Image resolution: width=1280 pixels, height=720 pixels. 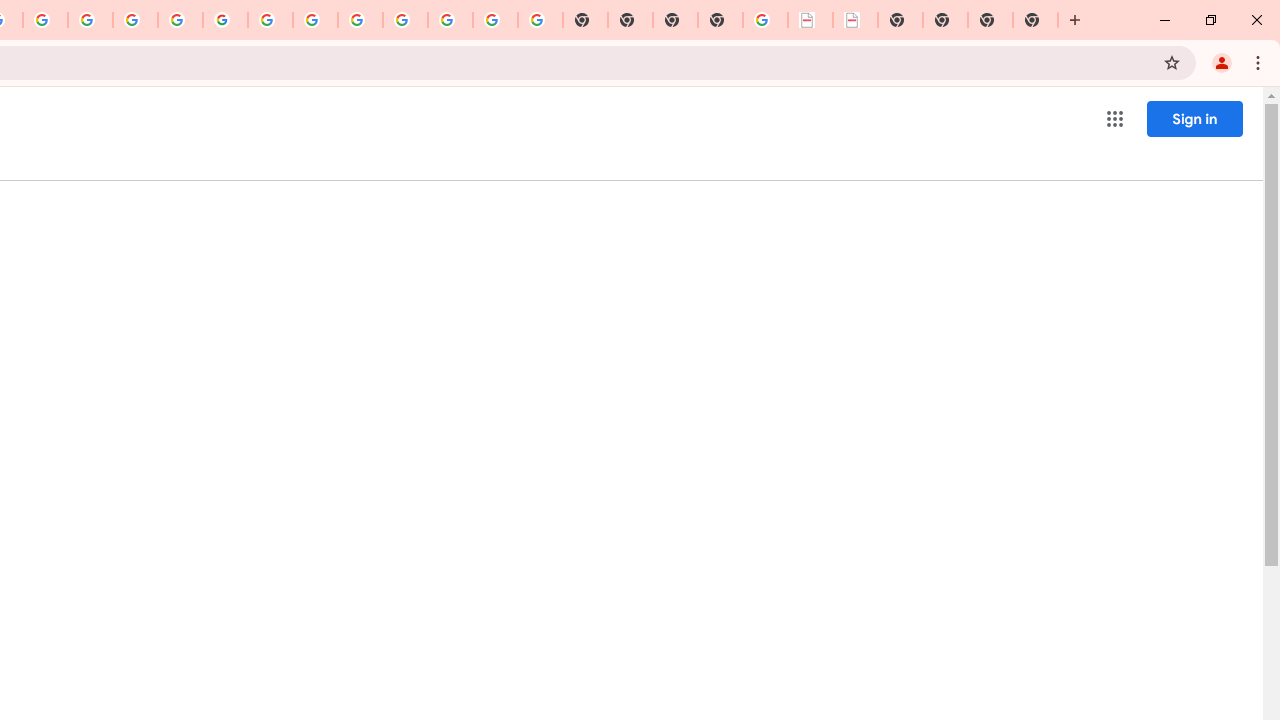 I want to click on 'LAAD Defence & Security 2025 | BAE Systems', so click(x=810, y=20).